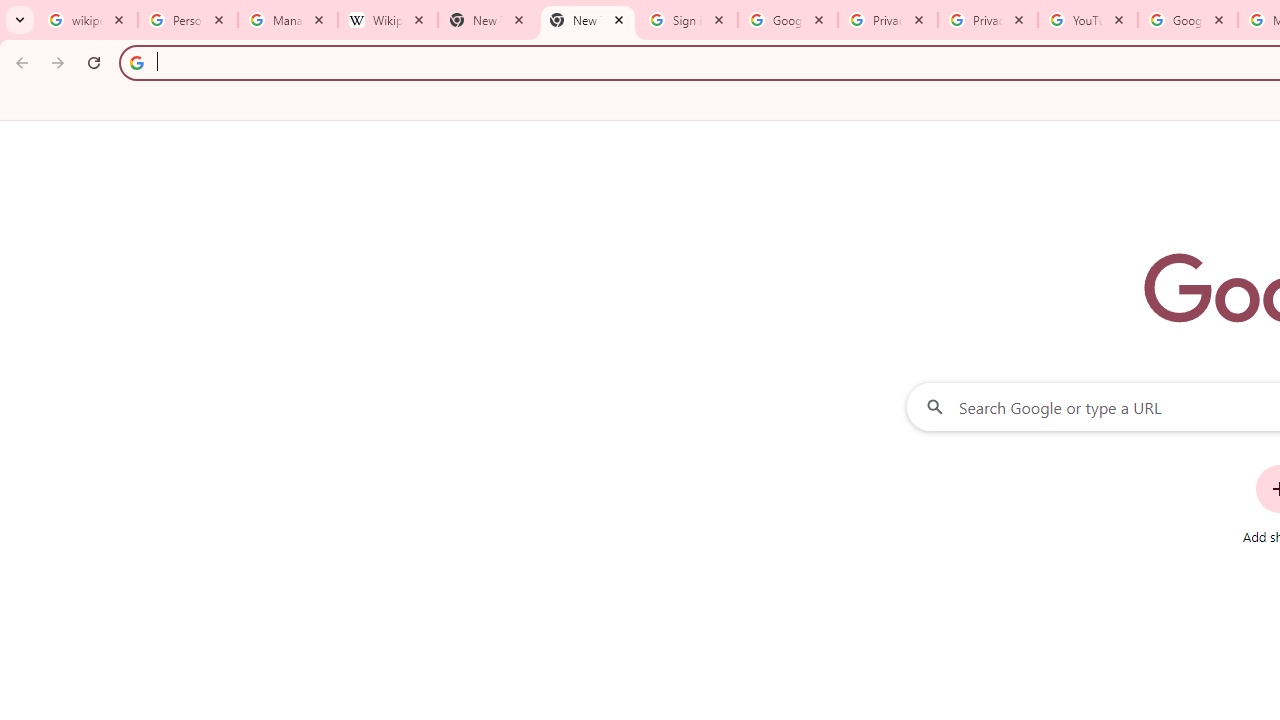 This screenshot has height=720, width=1280. I want to click on 'Manage your Location History - Google Search Help', so click(287, 20).